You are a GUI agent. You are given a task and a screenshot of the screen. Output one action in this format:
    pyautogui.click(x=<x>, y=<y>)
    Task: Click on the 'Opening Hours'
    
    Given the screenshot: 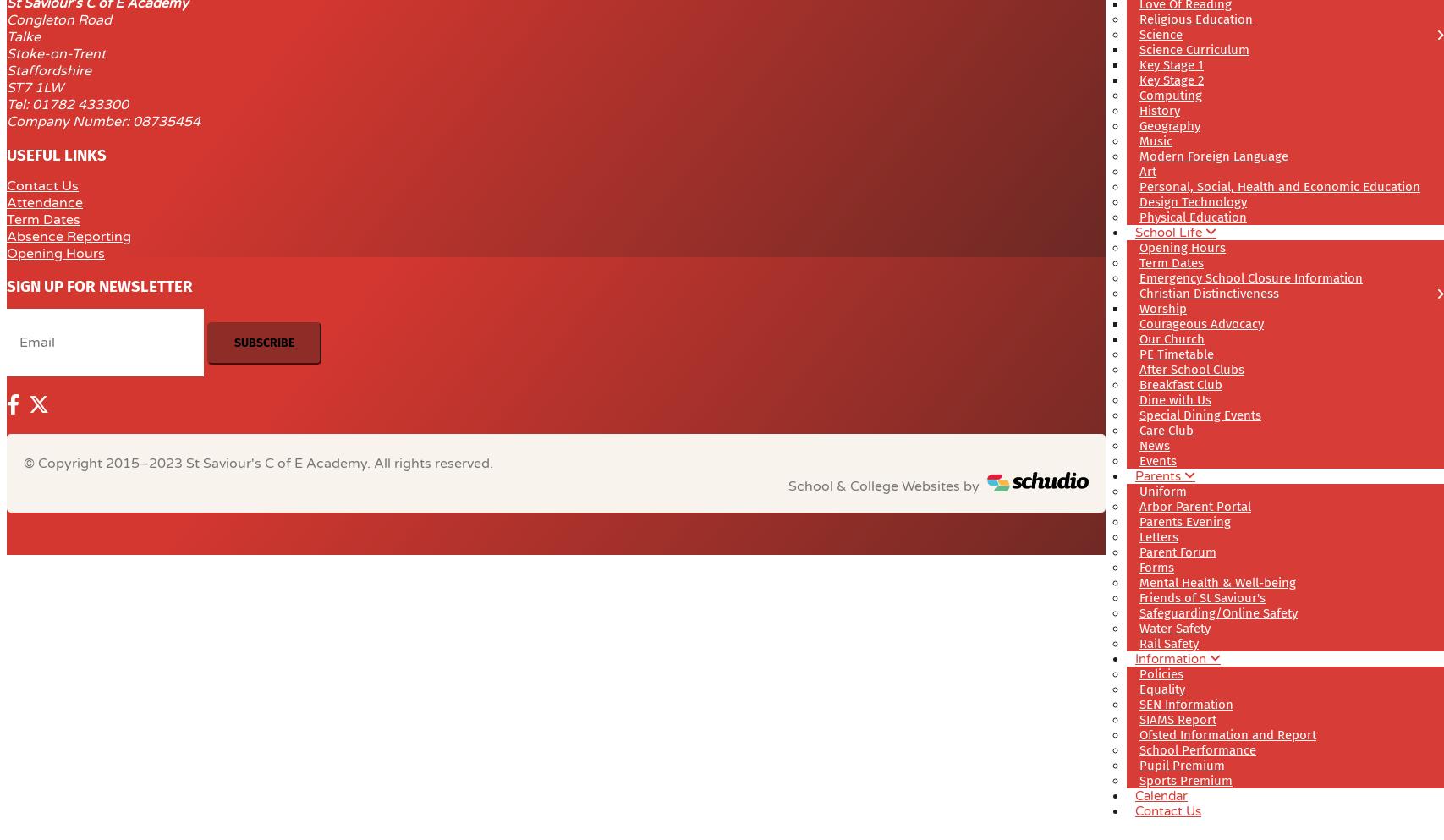 What is the action you would take?
    pyautogui.click(x=56, y=252)
    